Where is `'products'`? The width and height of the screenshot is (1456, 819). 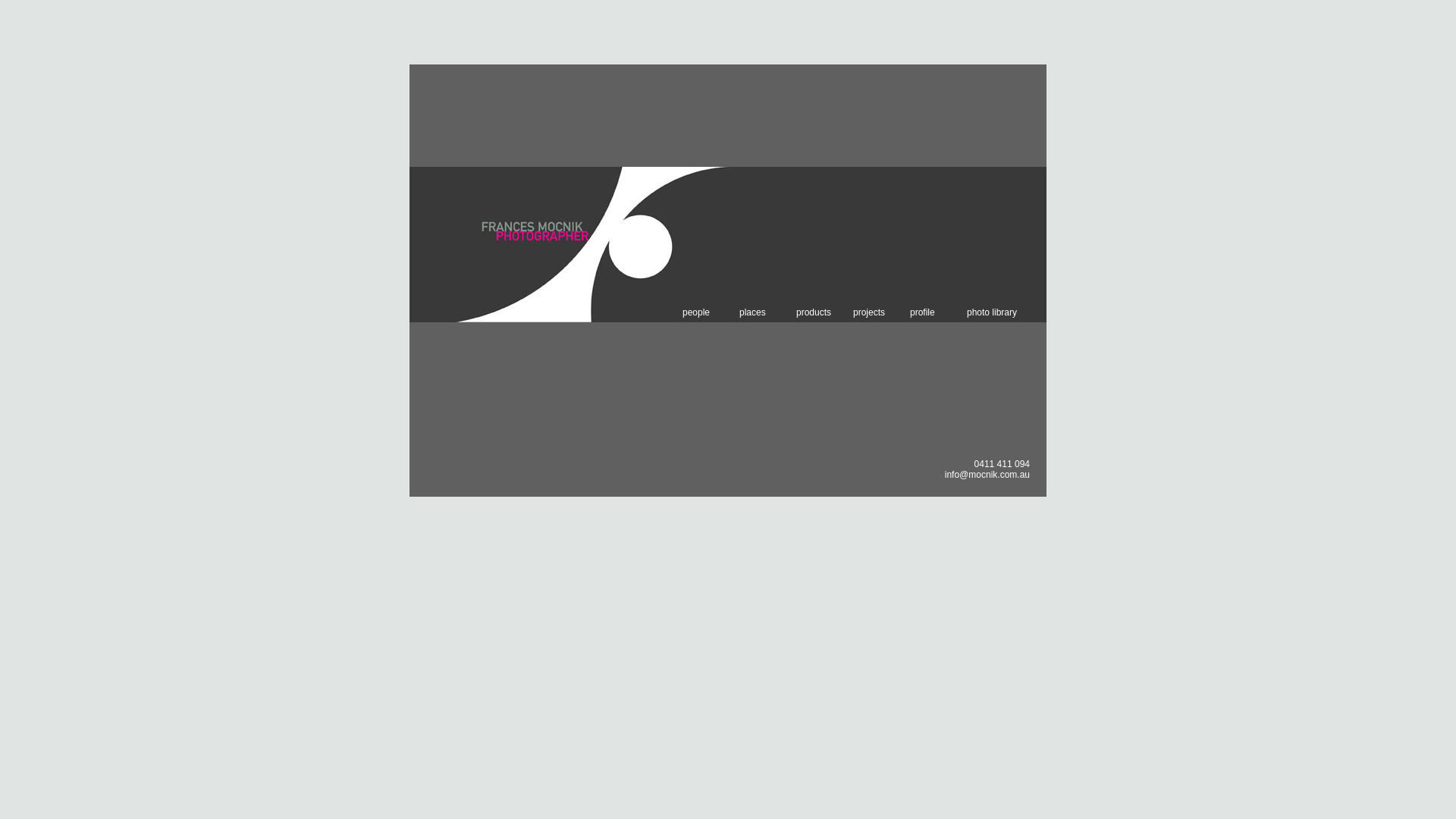
'products' is located at coordinates (824, 312).